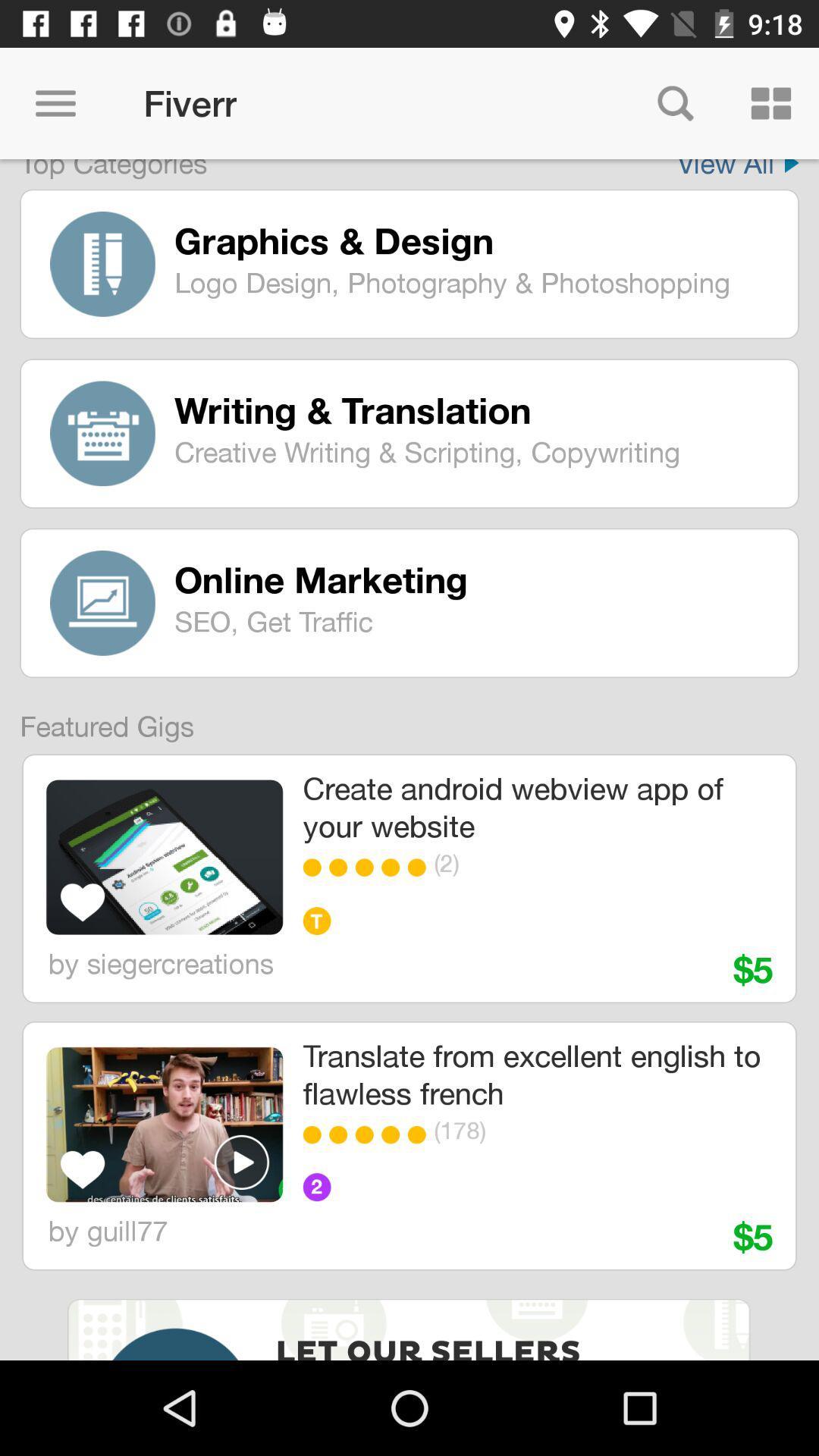 Image resolution: width=819 pixels, height=1456 pixels. I want to click on the item below the translate from excellent icon, so click(421, 1134).